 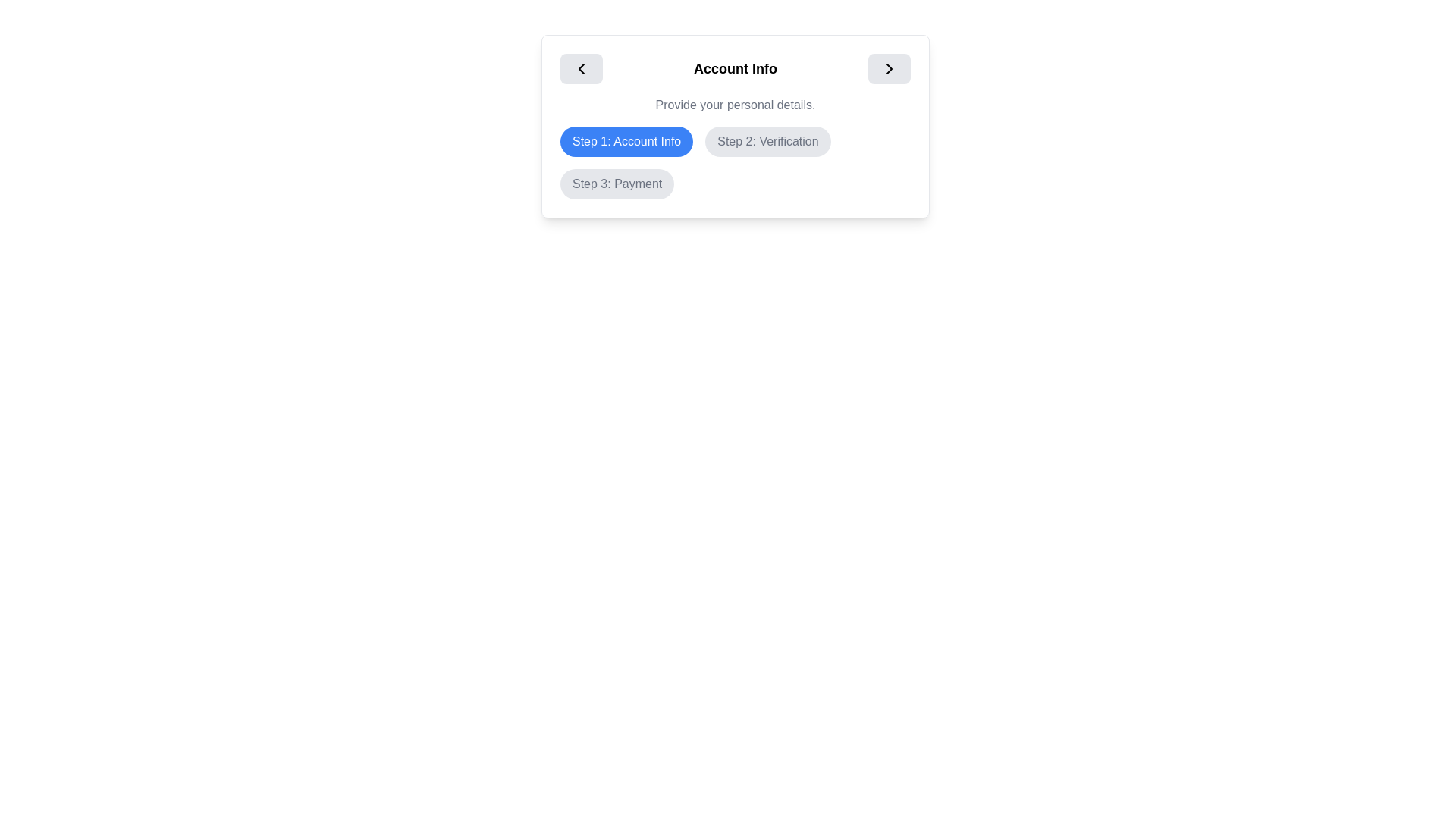 I want to click on the chevron-right icon, which is a small rightward-pointing arrow with a black stroke located within a gray circular button in the top-right corner of the central card layout, so click(x=889, y=69).